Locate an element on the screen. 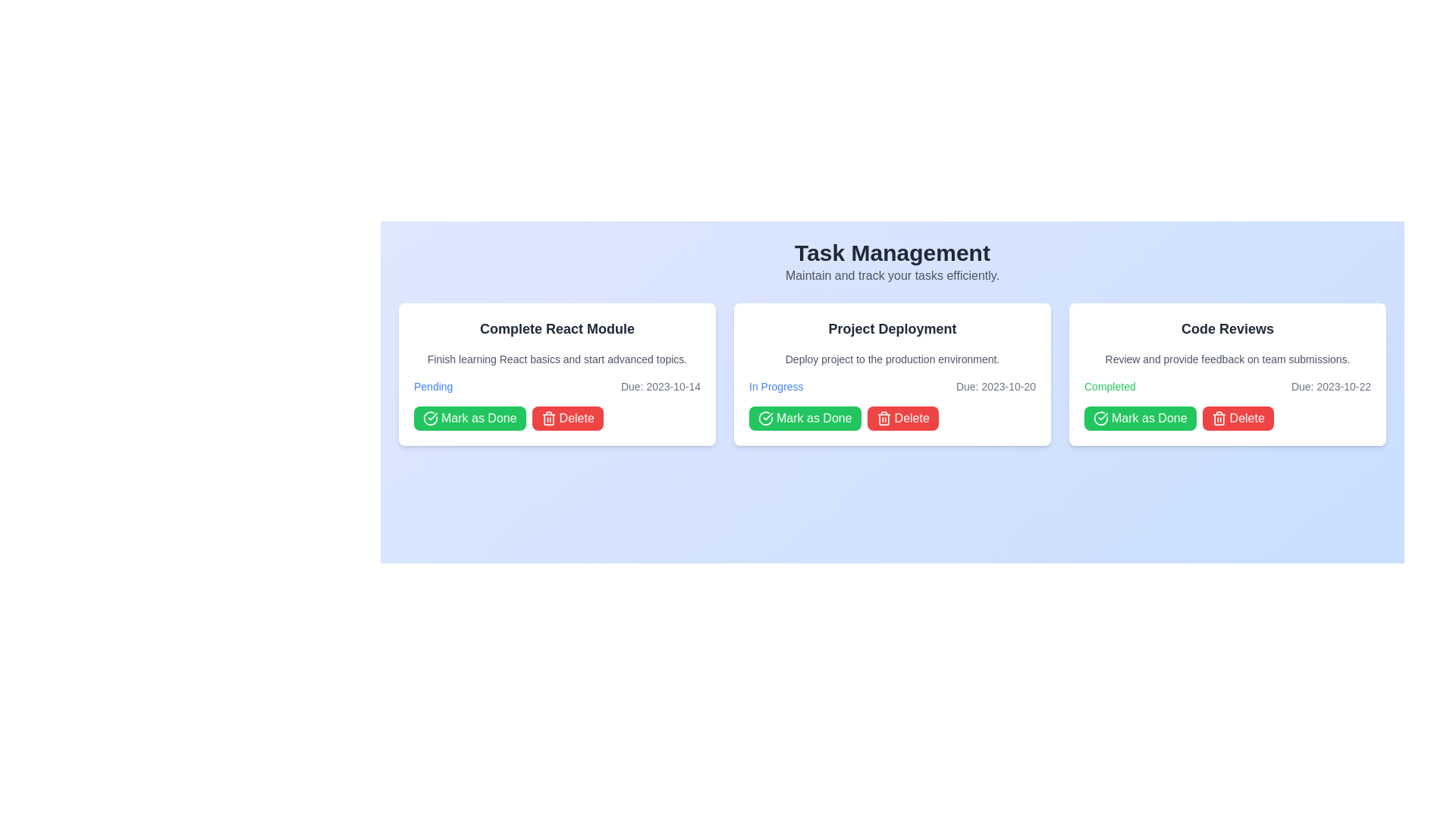  status indicator label that shows the completion status of the 'Code Reviews' task, located near the top-right corner of the task management interface is located at coordinates (1109, 385).